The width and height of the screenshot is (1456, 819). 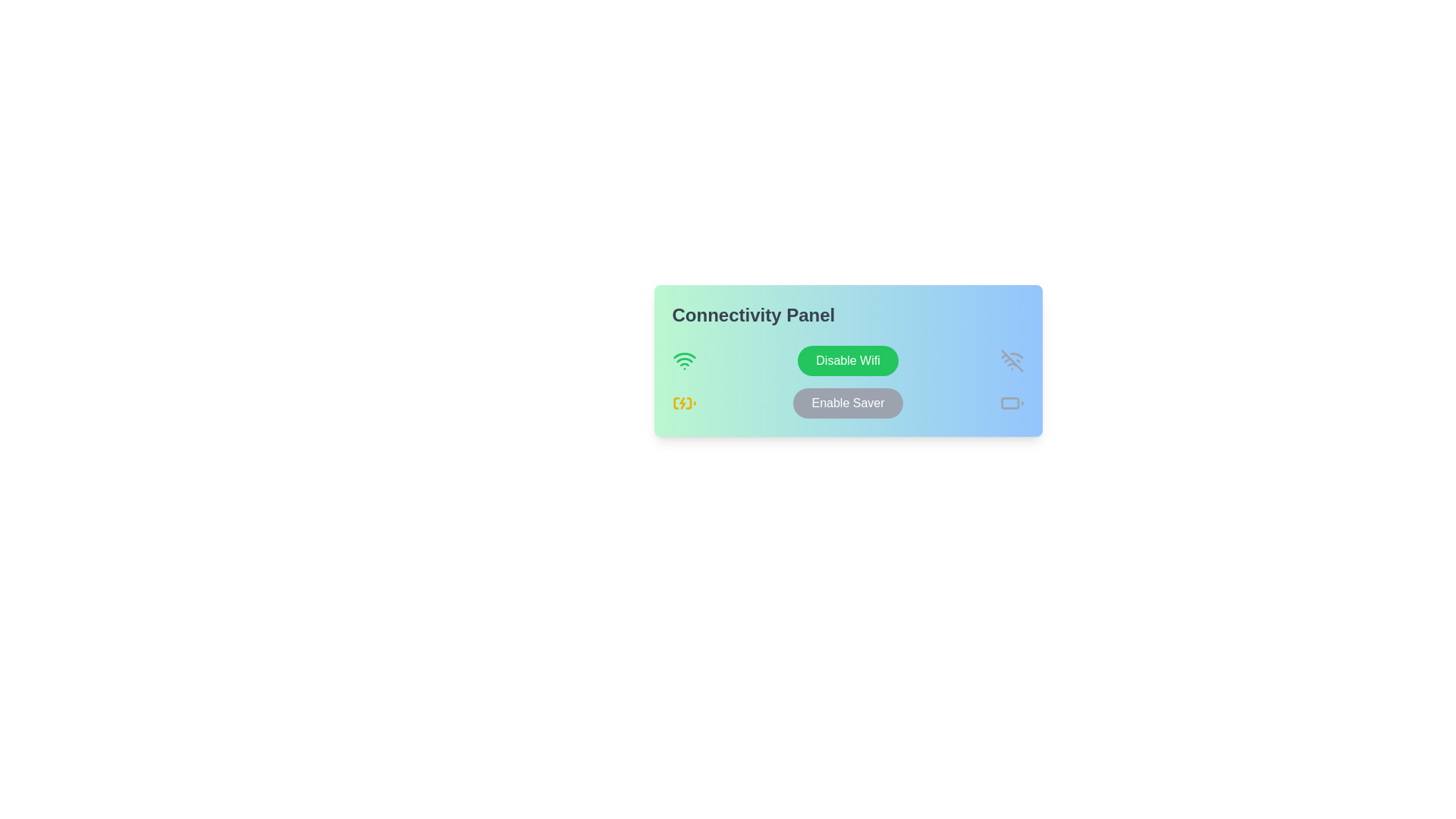 I want to click on the gray diagonal line crossing through the Wi-Fi symbol, which indicates a disabled Wi-Fi state, located in the Connectivity Panel at the coordinates provided, so click(x=1012, y=360).